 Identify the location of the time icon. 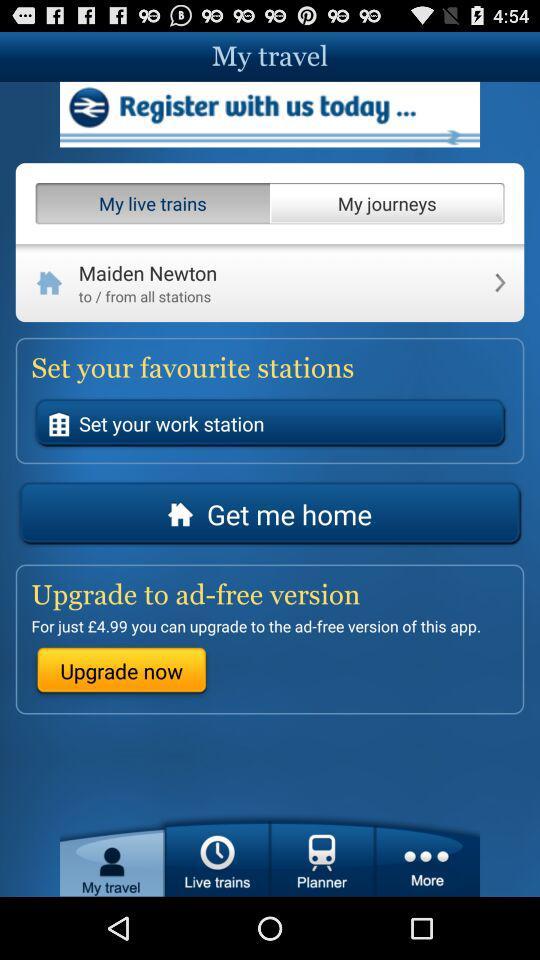
(216, 914).